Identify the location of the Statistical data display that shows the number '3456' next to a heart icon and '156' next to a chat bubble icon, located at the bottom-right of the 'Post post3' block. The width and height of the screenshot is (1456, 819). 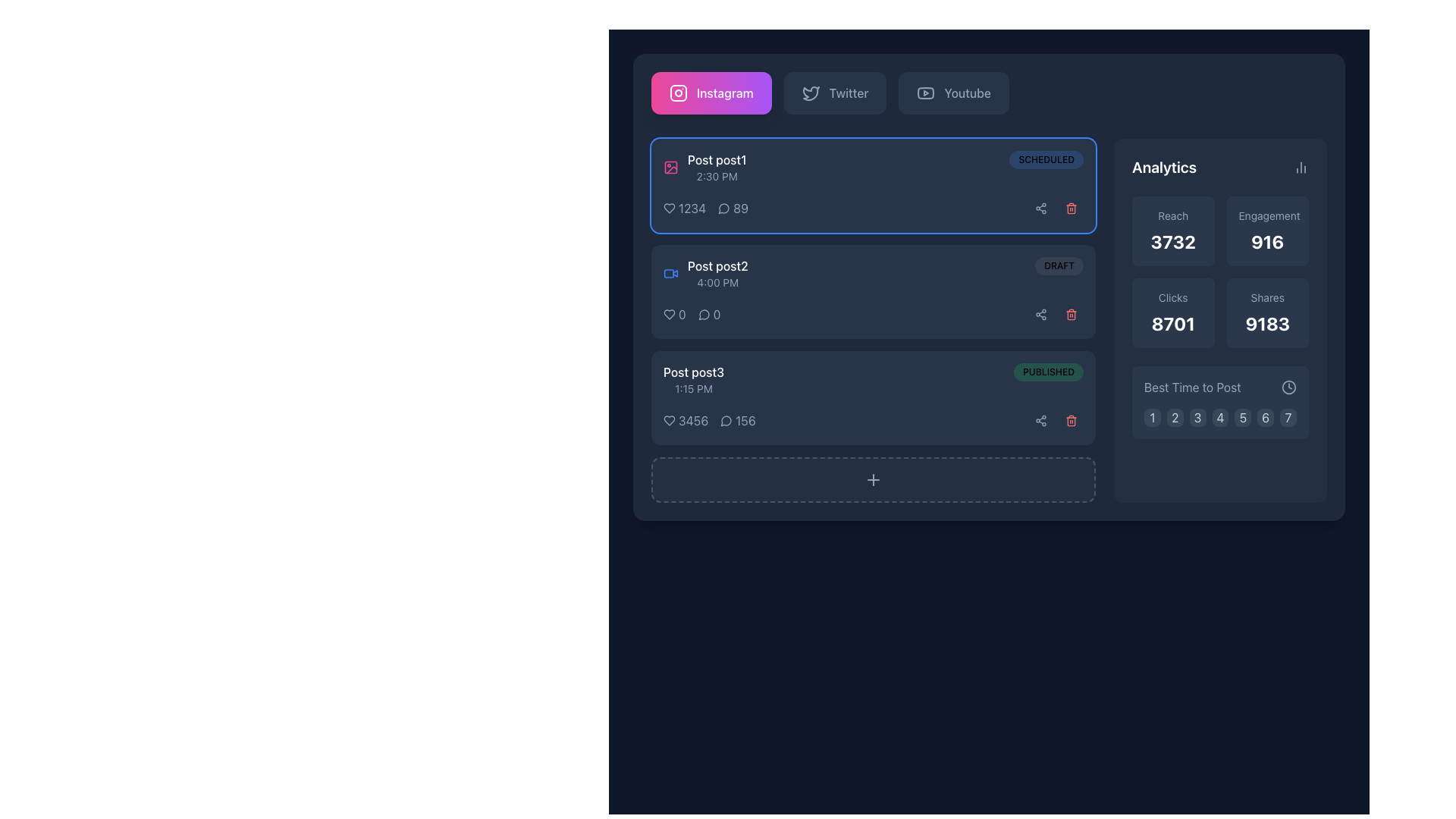
(708, 421).